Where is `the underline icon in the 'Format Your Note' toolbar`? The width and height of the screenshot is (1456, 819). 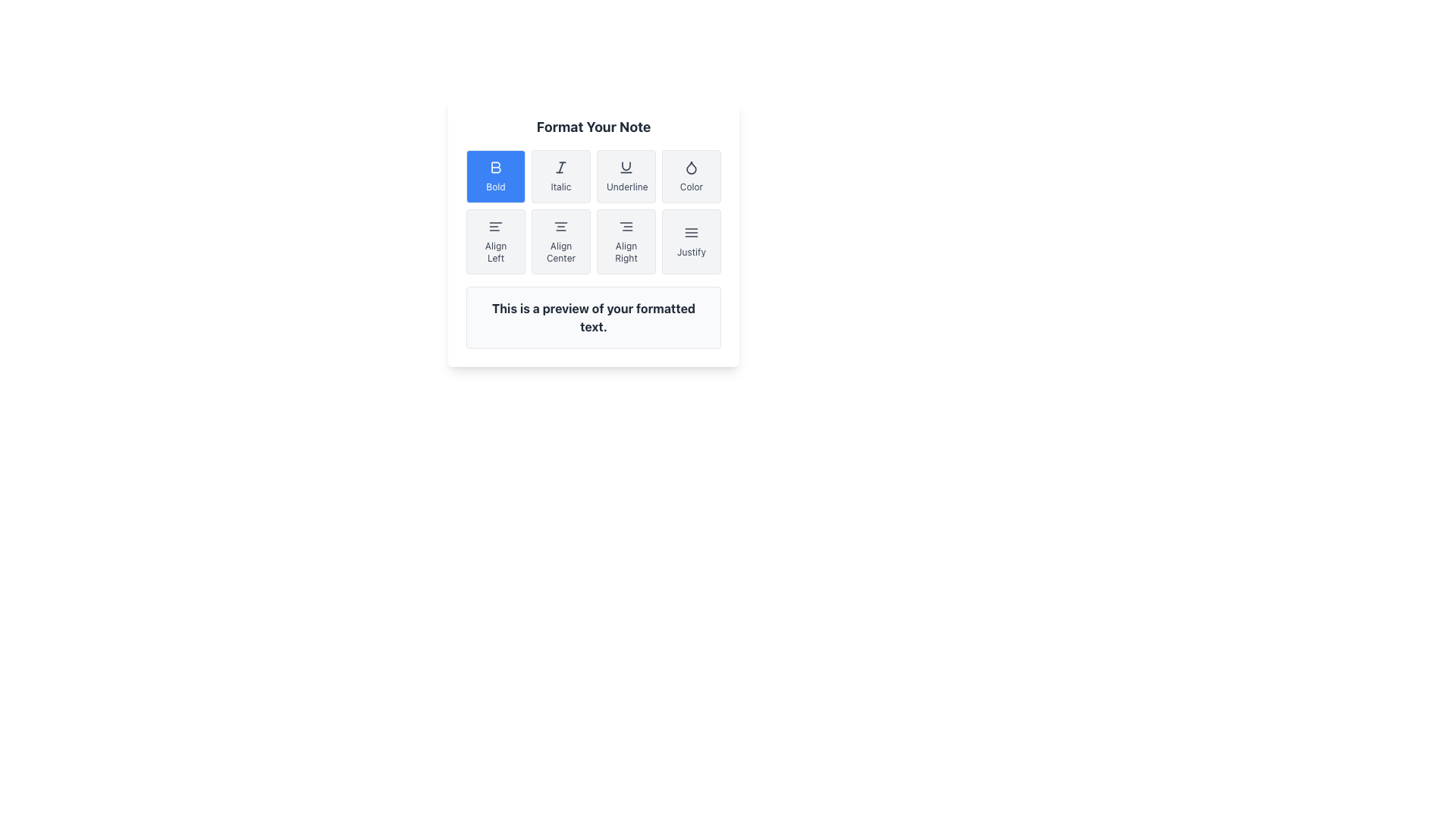
the underline icon in the 'Format Your Note' toolbar is located at coordinates (626, 166).